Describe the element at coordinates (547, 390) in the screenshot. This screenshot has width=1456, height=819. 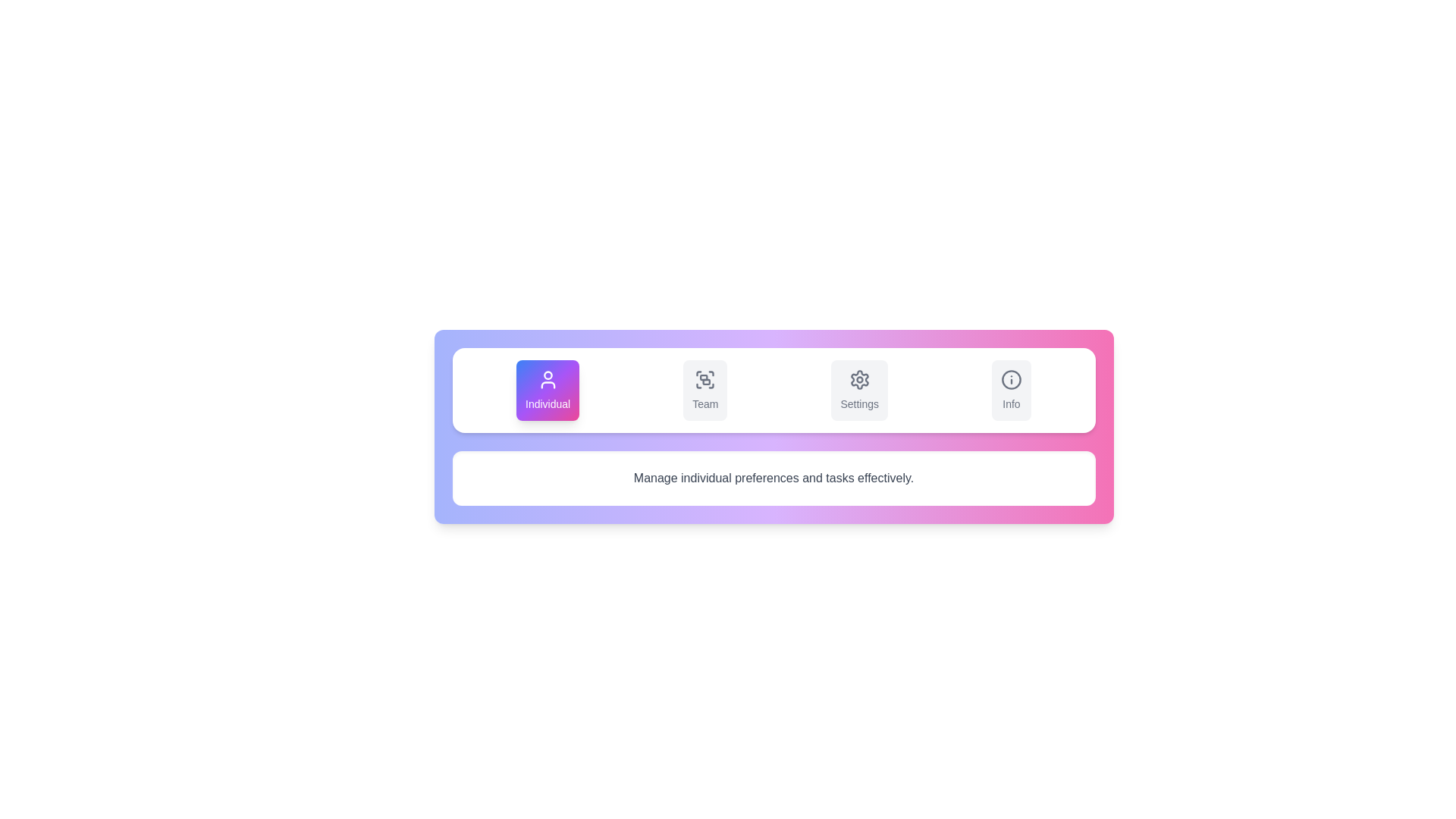
I see `the first button labeled 'Individual', which is a rectangular button with rounded corners and a gradient background transitioning from blue to pink through purple` at that location.